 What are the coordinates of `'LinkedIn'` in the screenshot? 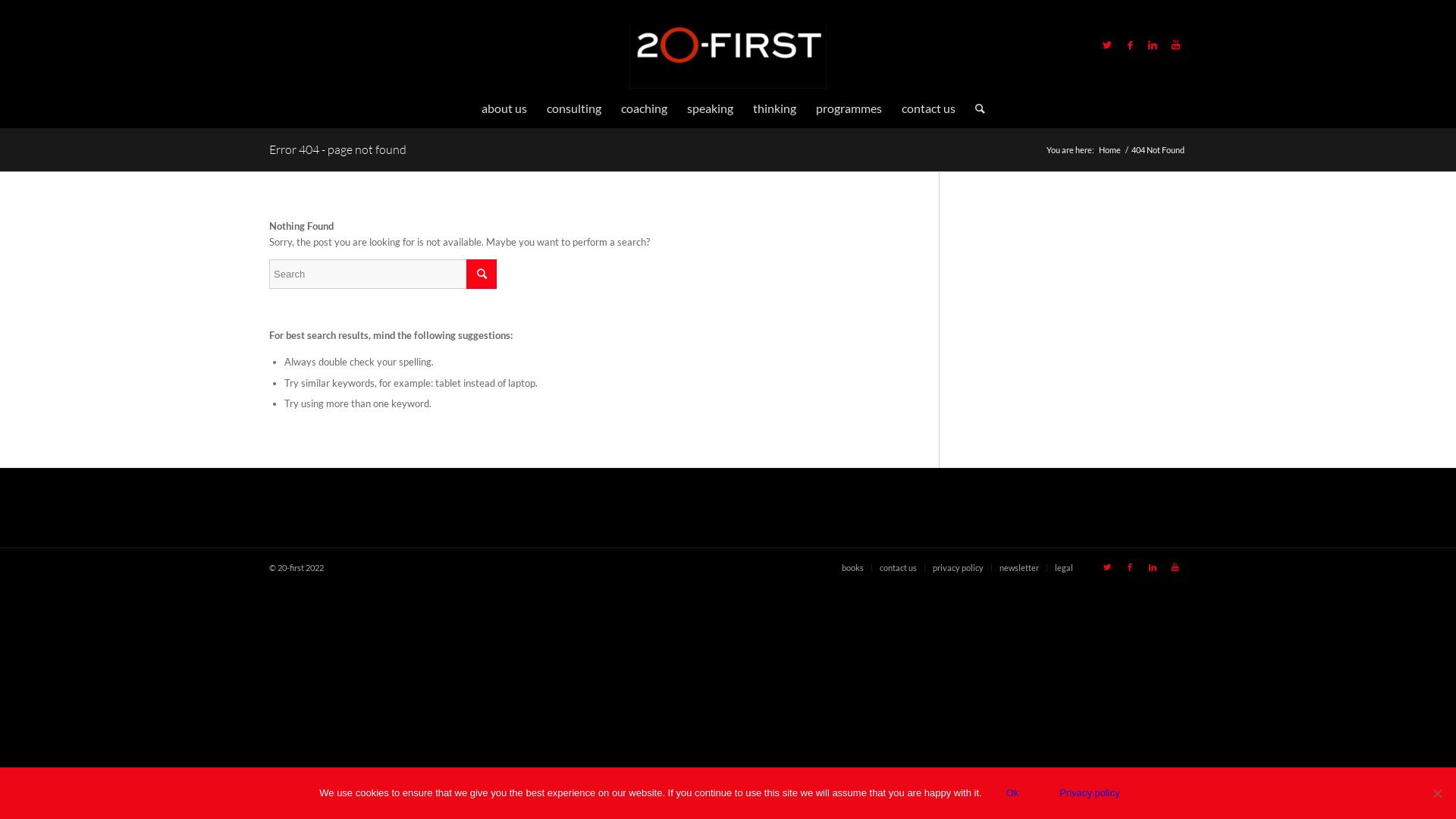 It's located at (1153, 43).